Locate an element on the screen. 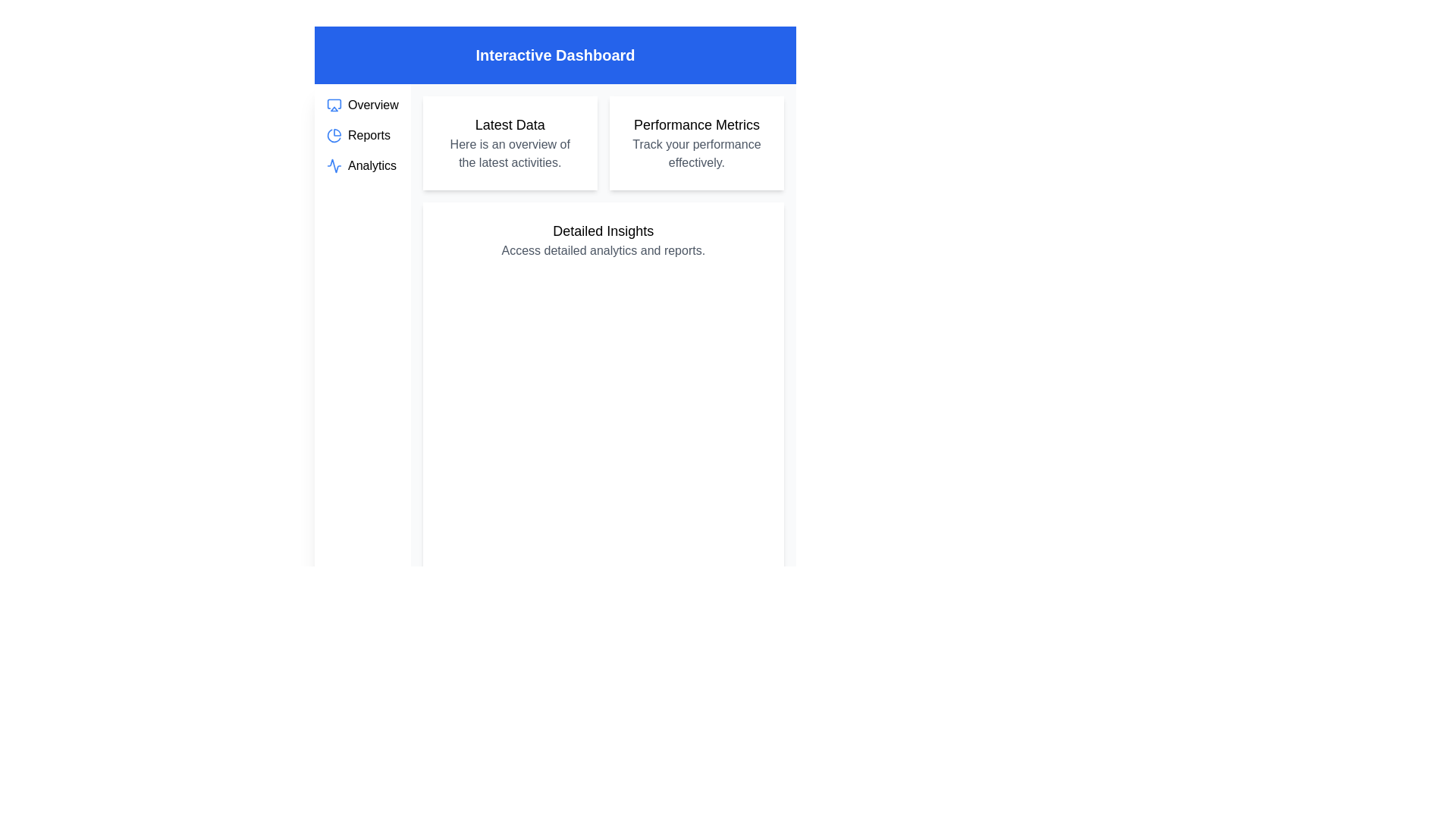 Image resolution: width=1456 pixels, height=819 pixels. the Text header that introduces content related to performance metrics, located at the top of the second card on the rightmost side of the layout is located at coordinates (695, 124).